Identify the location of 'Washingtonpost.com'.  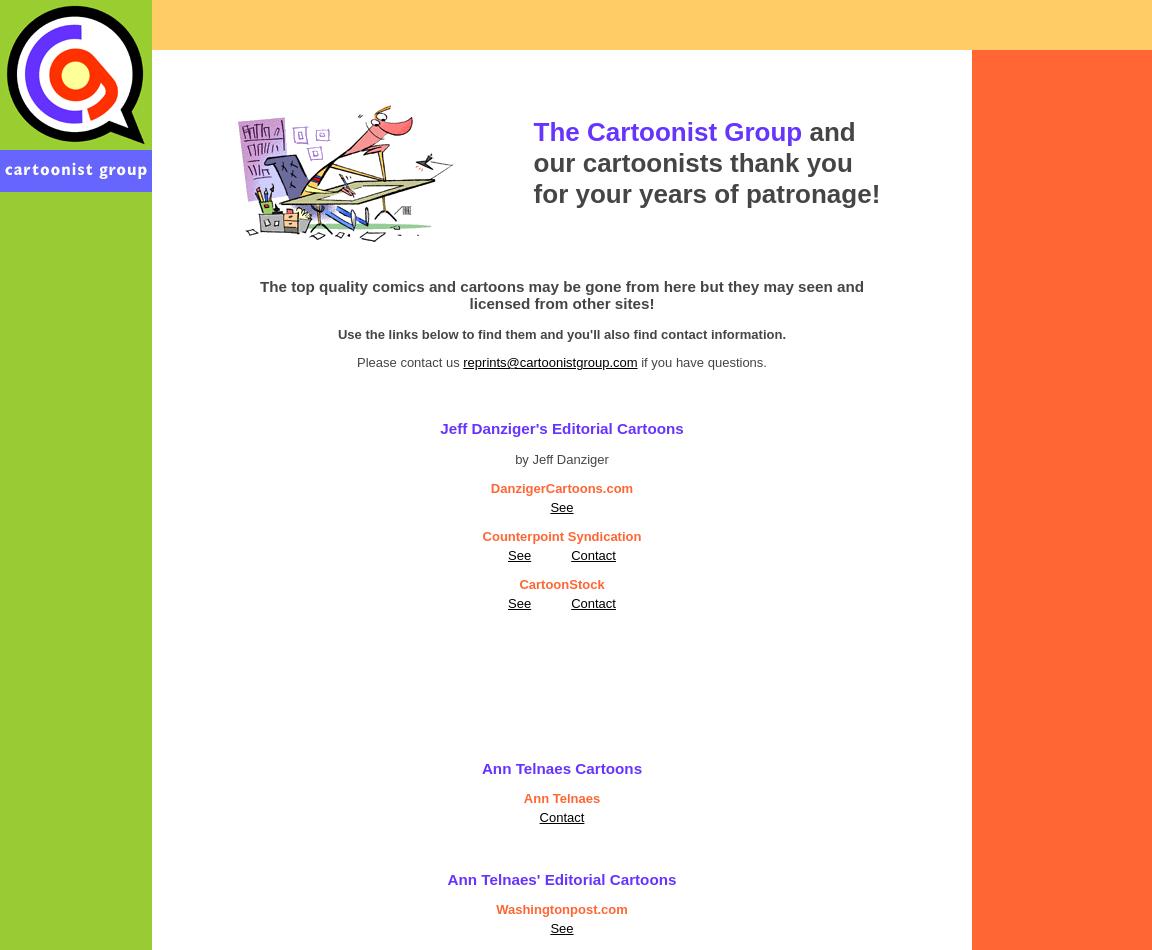
(496, 908).